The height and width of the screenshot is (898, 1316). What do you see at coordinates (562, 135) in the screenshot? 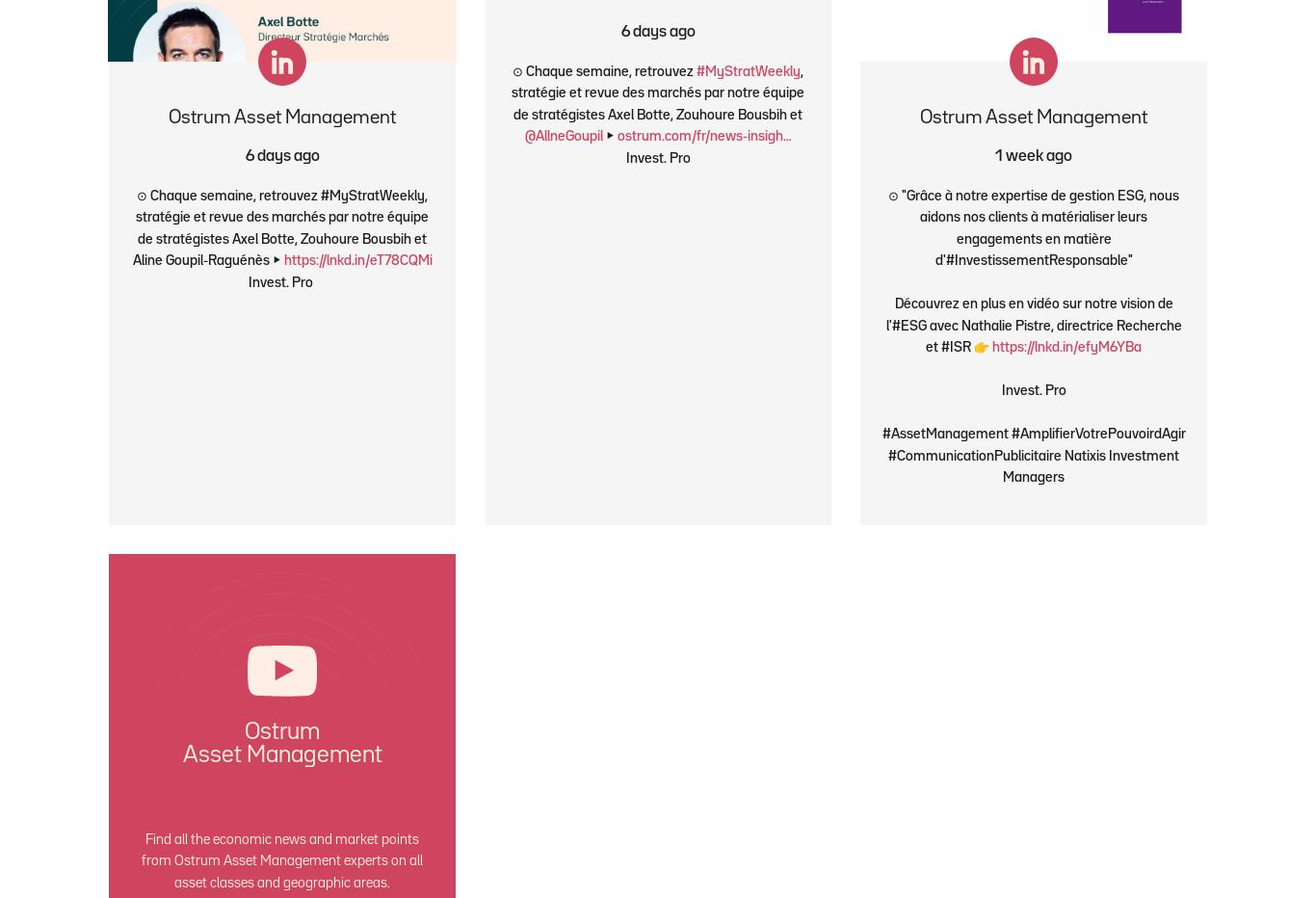
I see `'@AllneGoupil'` at bounding box center [562, 135].